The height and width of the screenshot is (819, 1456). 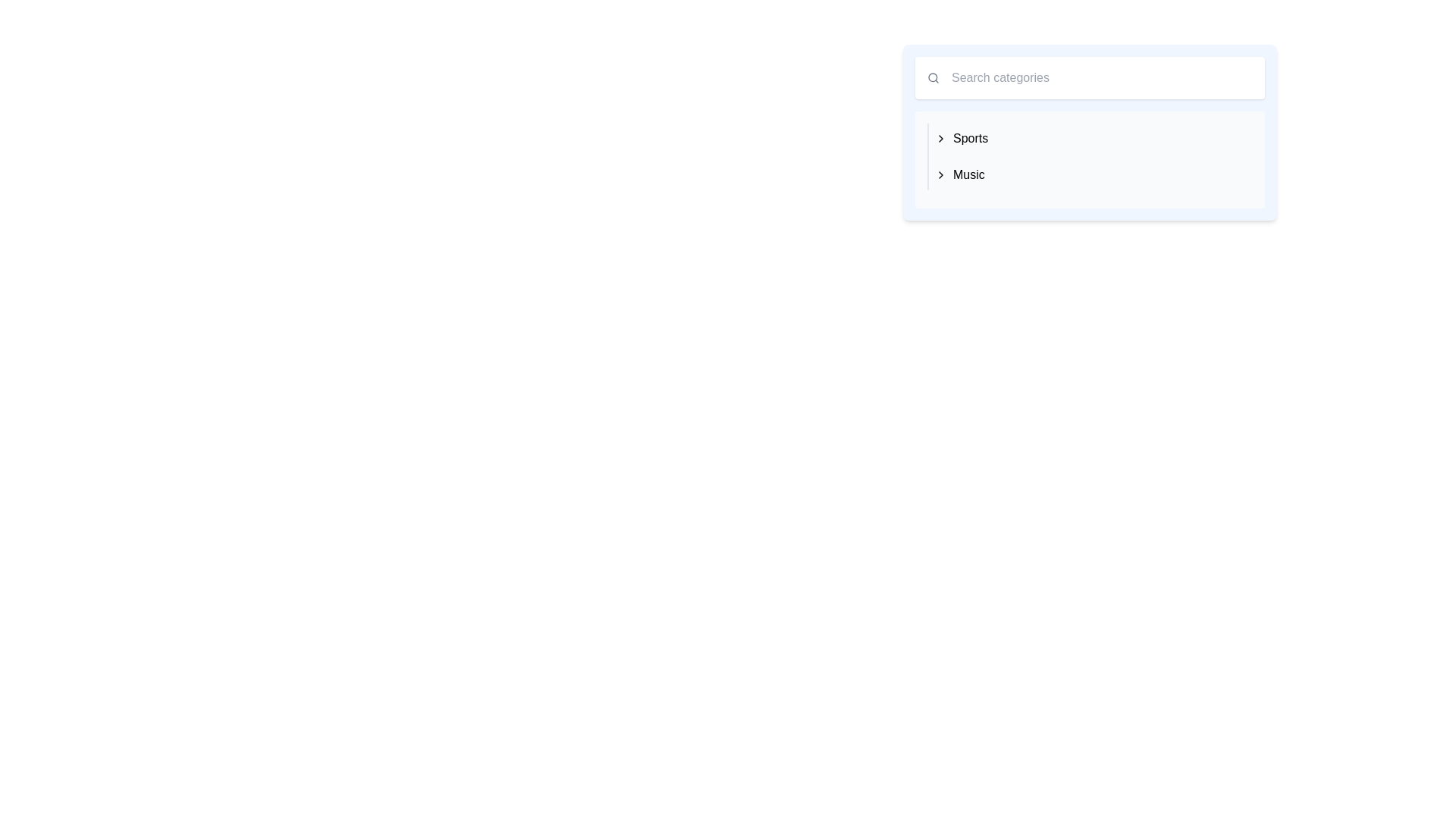 What do you see at coordinates (968, 174) in the screenshot?
I see `the 'Music' text label, which is located to the right of a small arrow icon and below the 'Sports' item in the 'Search categories' section` at bounding box center [968, 174].